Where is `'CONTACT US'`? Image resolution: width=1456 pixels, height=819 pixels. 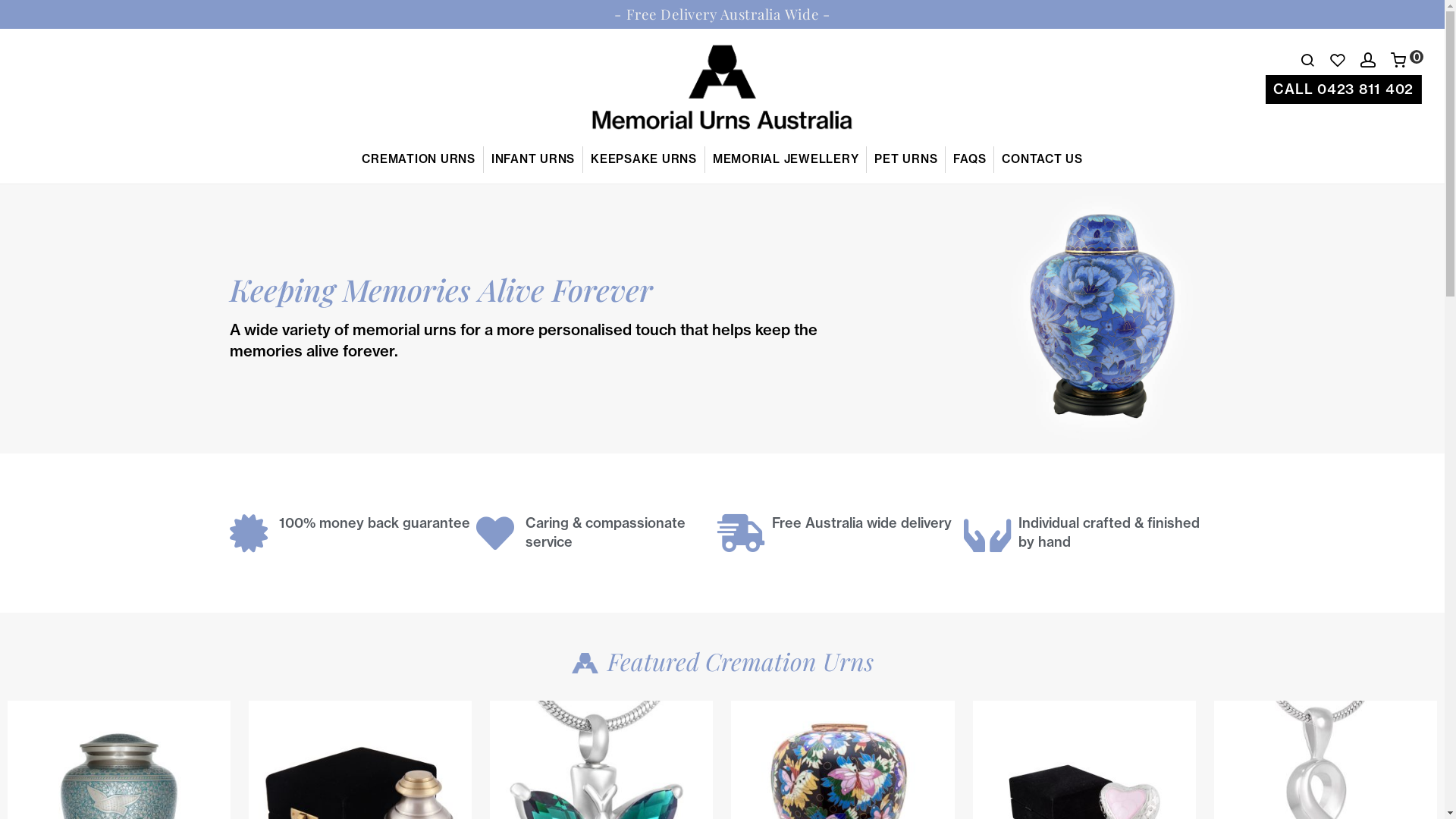 'CONTACT US' is located at coordinates (1041, 159).